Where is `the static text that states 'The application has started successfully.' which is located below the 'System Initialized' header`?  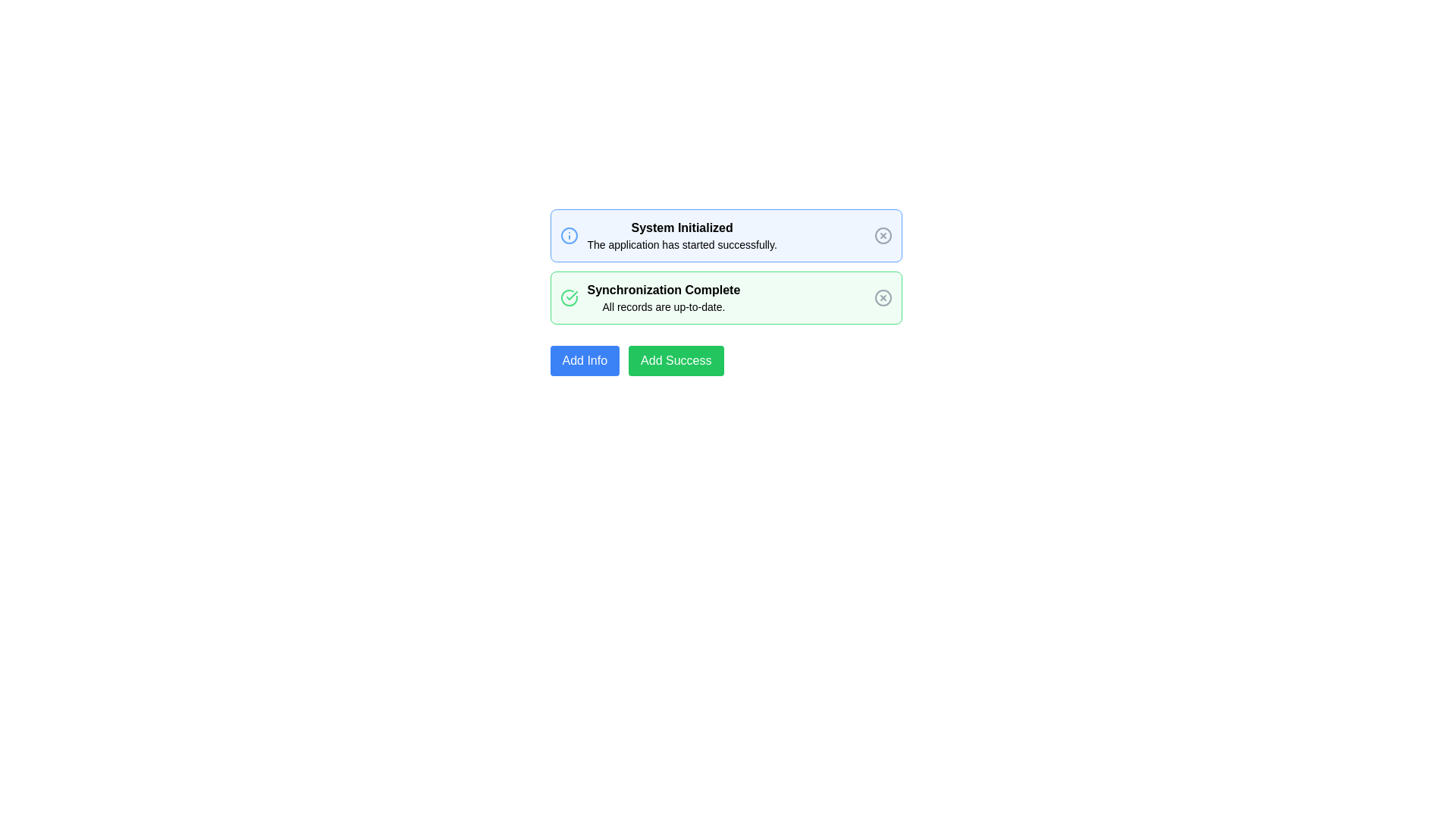 the static text that states 'The application has started successfully.' which is located below the 'System Initialized' header is located at coordinates (681, 244).